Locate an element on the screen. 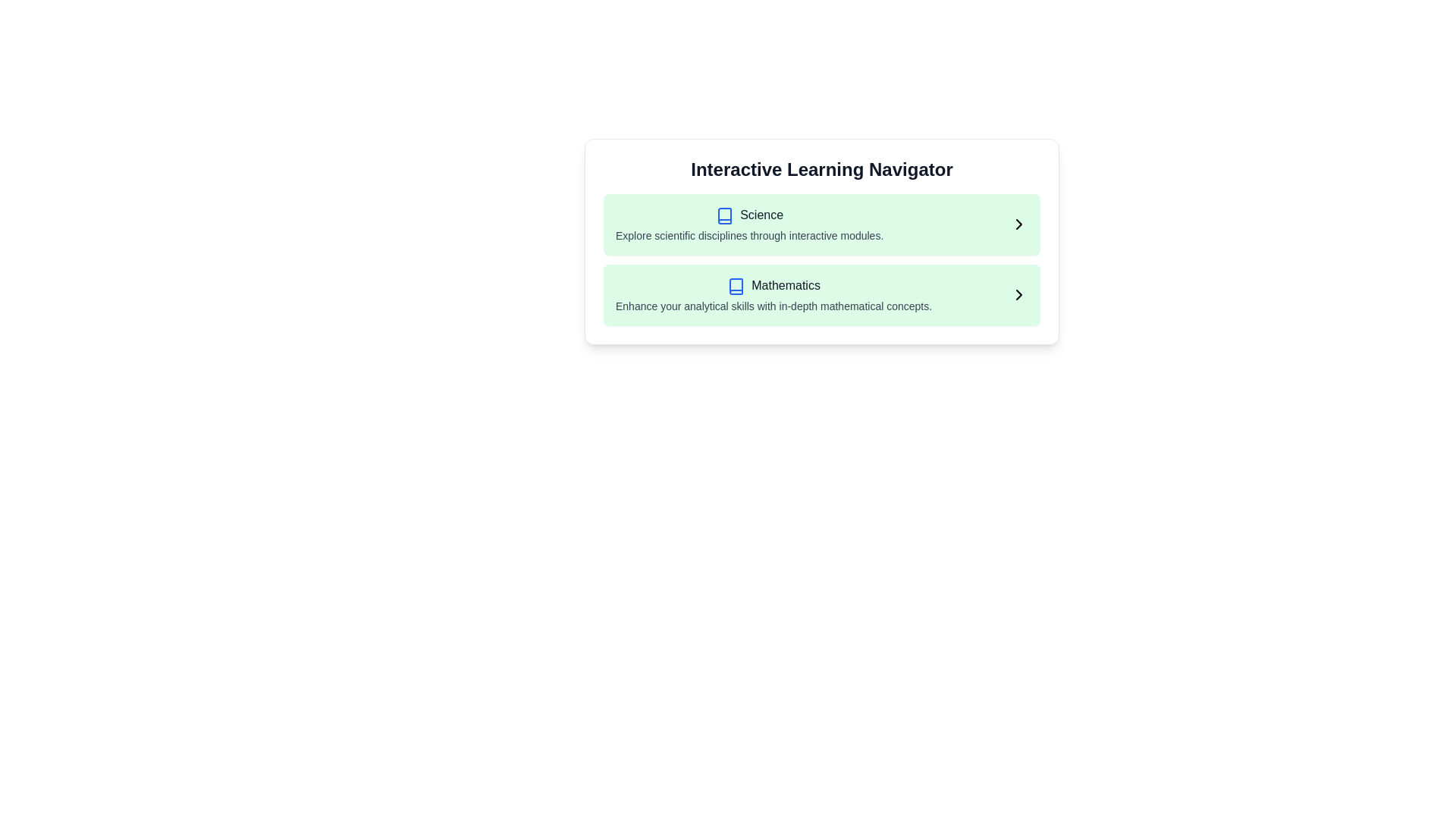  the text label that states 'Explore scientific disciplines through interactive modules.', styled as small-sized gray text, located below the 'Science' heading is located at coordinates (749, 235).